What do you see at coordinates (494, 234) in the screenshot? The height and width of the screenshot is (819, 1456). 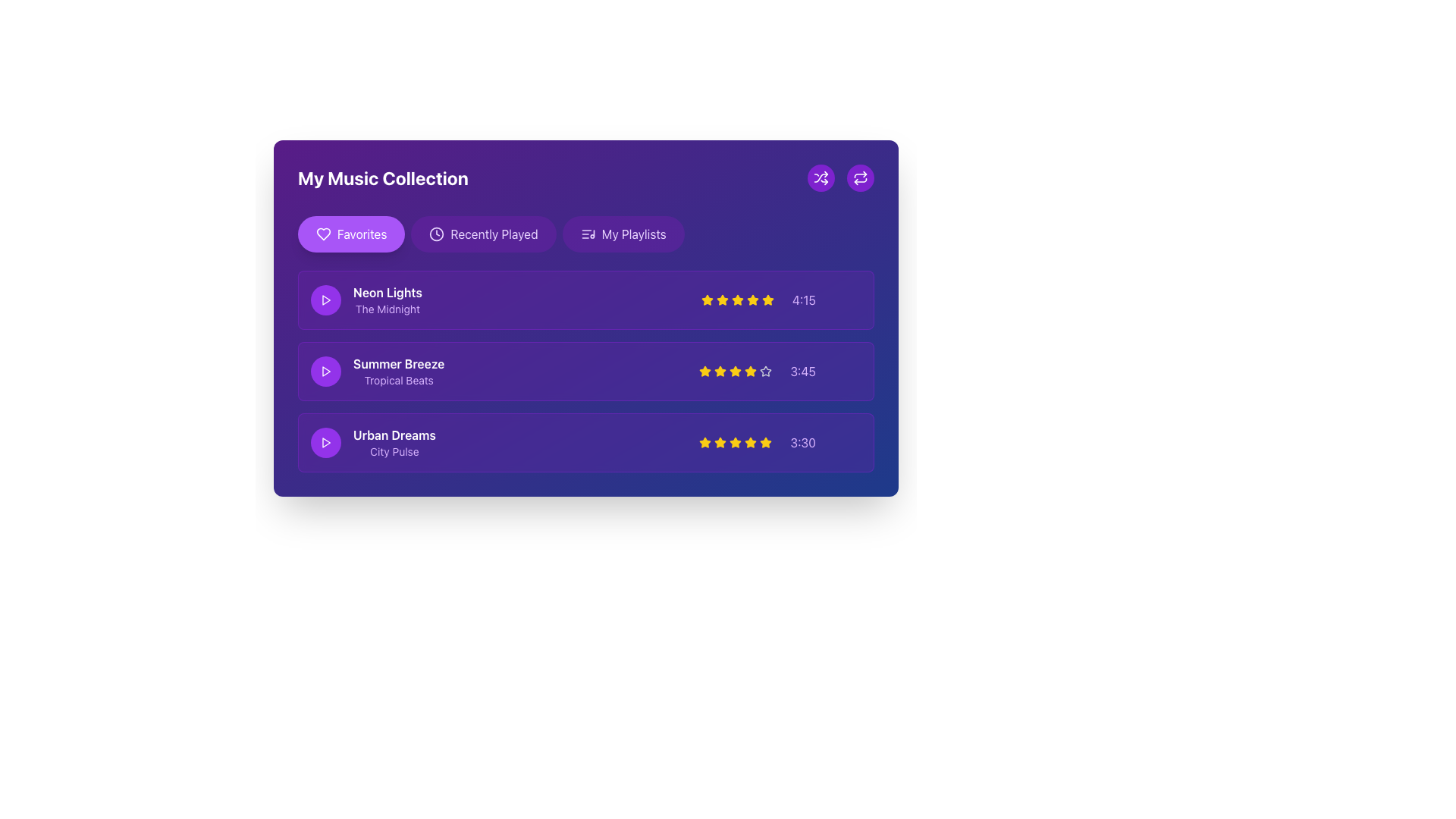 I see `the 'Recently Played' button, which is the second option in a horizontal row of three buttons in the 'My Music Collection' section, to filter recently played items` at bounding box center [494, 234].